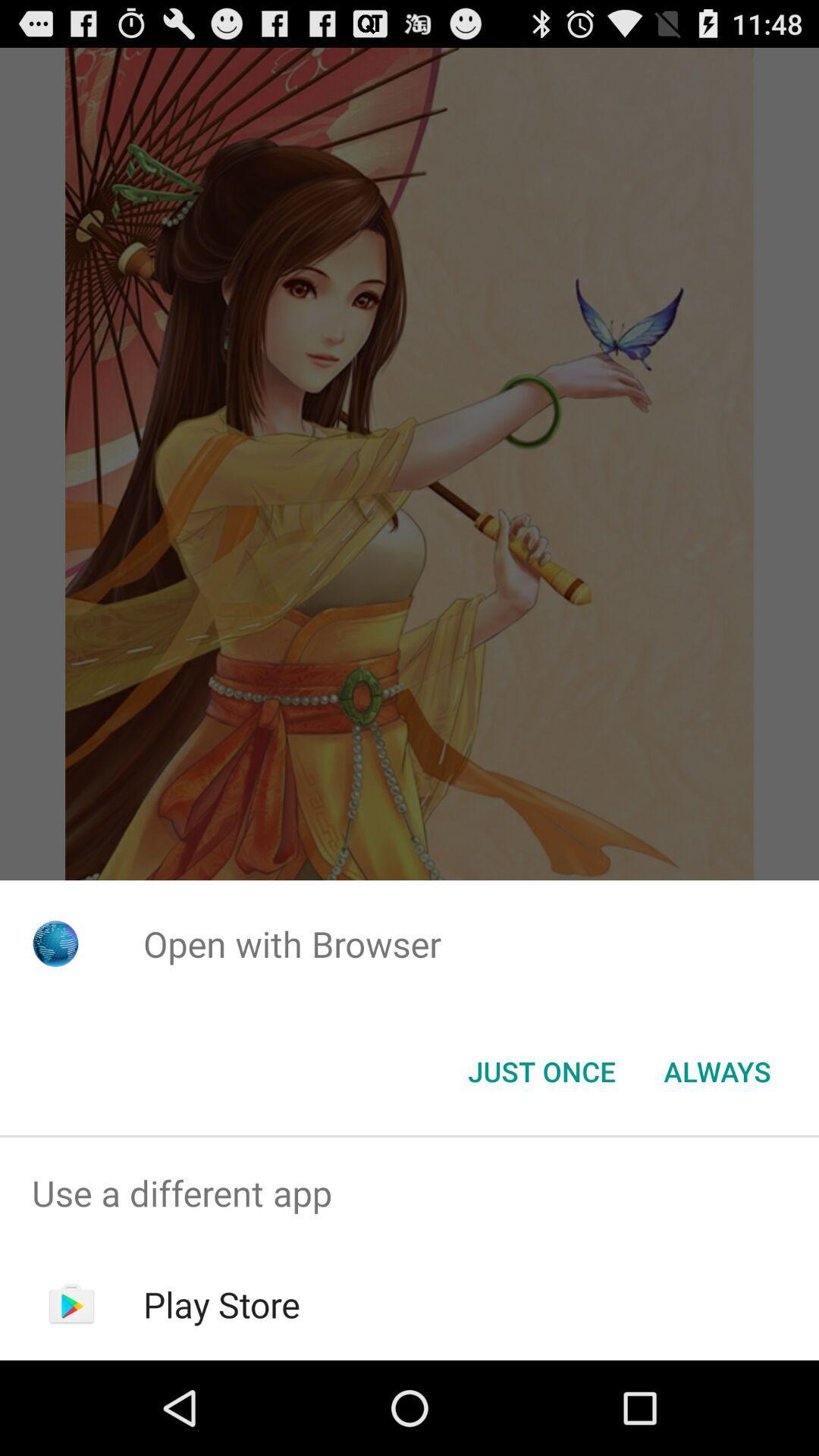 This screenshot has width=819, height=1456. What do you see at coordinates (717, 1070) in the screenshot?
I see `button to the right of just once button` at bounding box center [717, 1070].